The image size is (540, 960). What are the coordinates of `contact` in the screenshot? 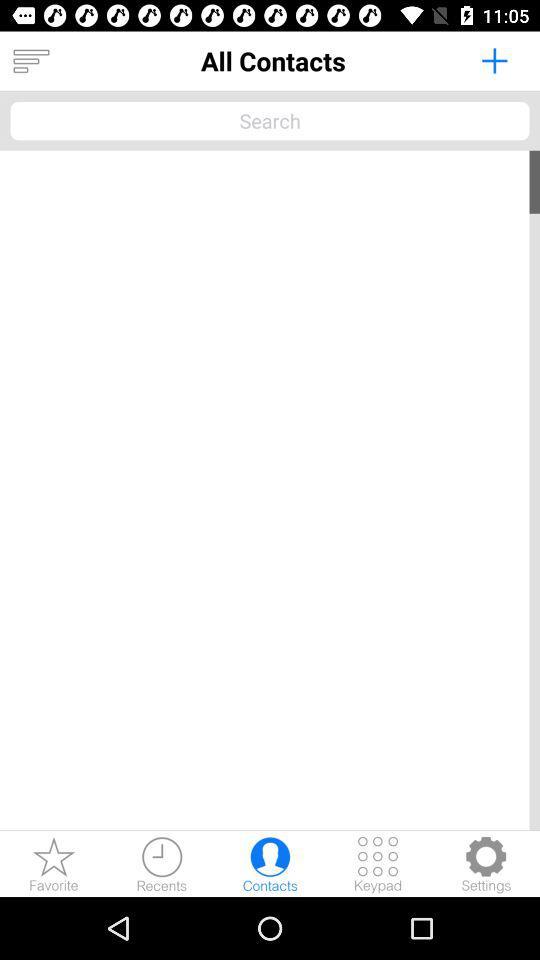 It's located at (493, 59).